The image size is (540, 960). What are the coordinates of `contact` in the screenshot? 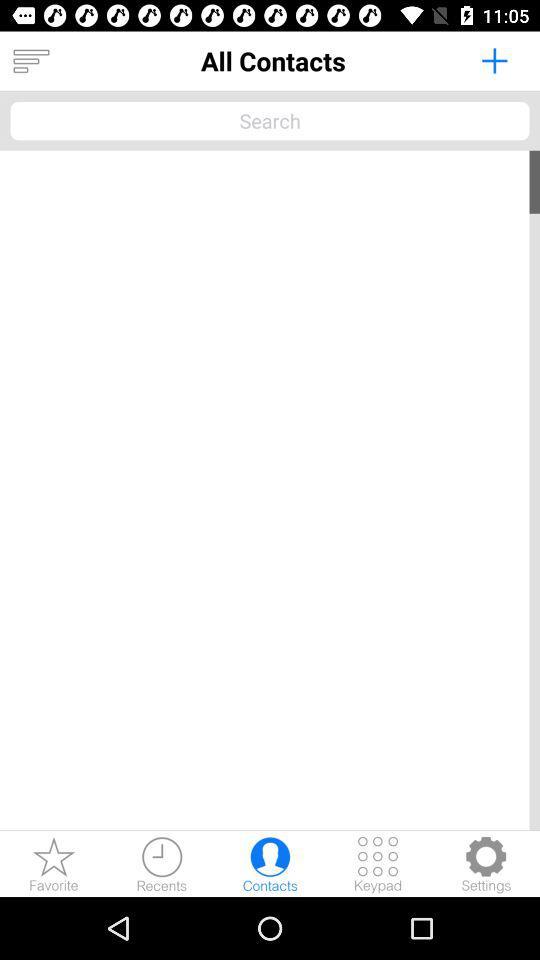 It's located at (493, 59).